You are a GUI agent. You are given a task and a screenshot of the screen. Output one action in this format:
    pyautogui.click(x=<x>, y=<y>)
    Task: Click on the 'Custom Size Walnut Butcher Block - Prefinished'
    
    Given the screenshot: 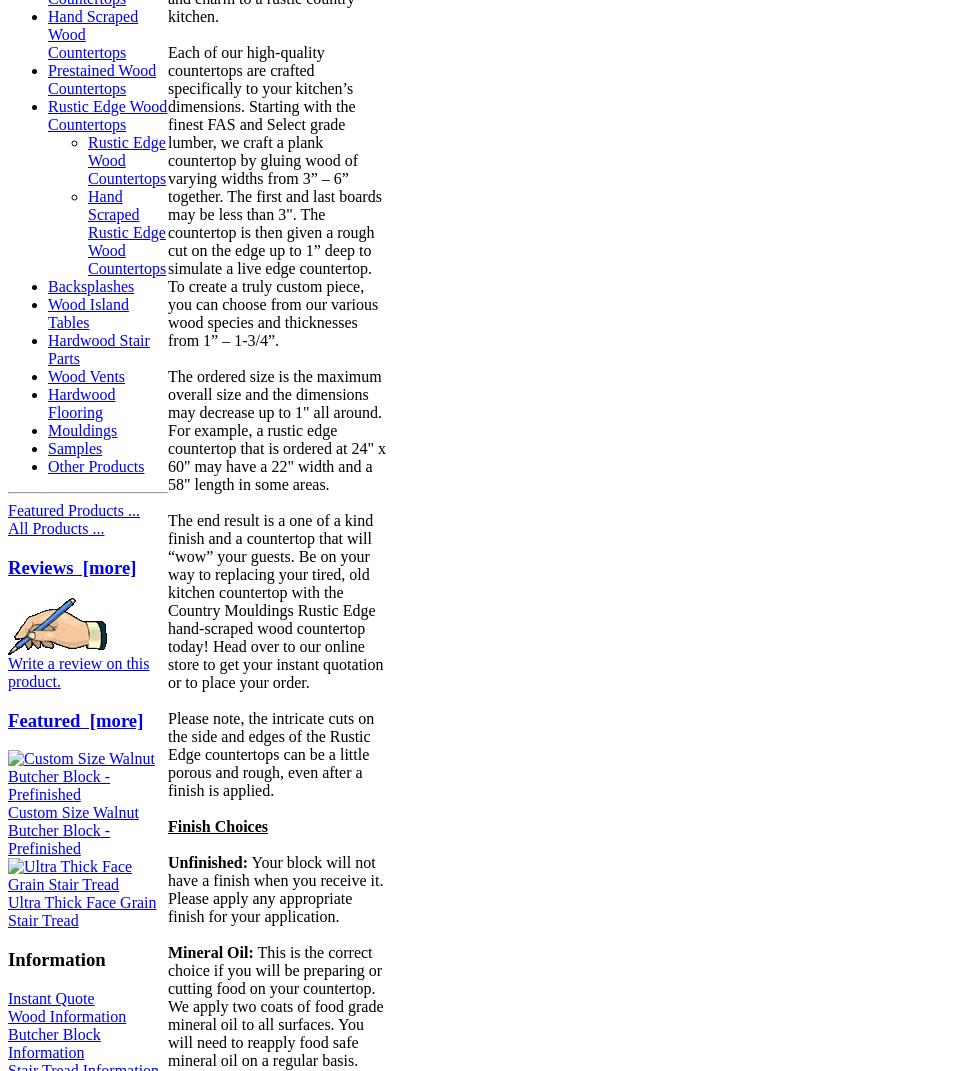 What is the action you would take?
    pyautogui.click(x=71, y=829)
    